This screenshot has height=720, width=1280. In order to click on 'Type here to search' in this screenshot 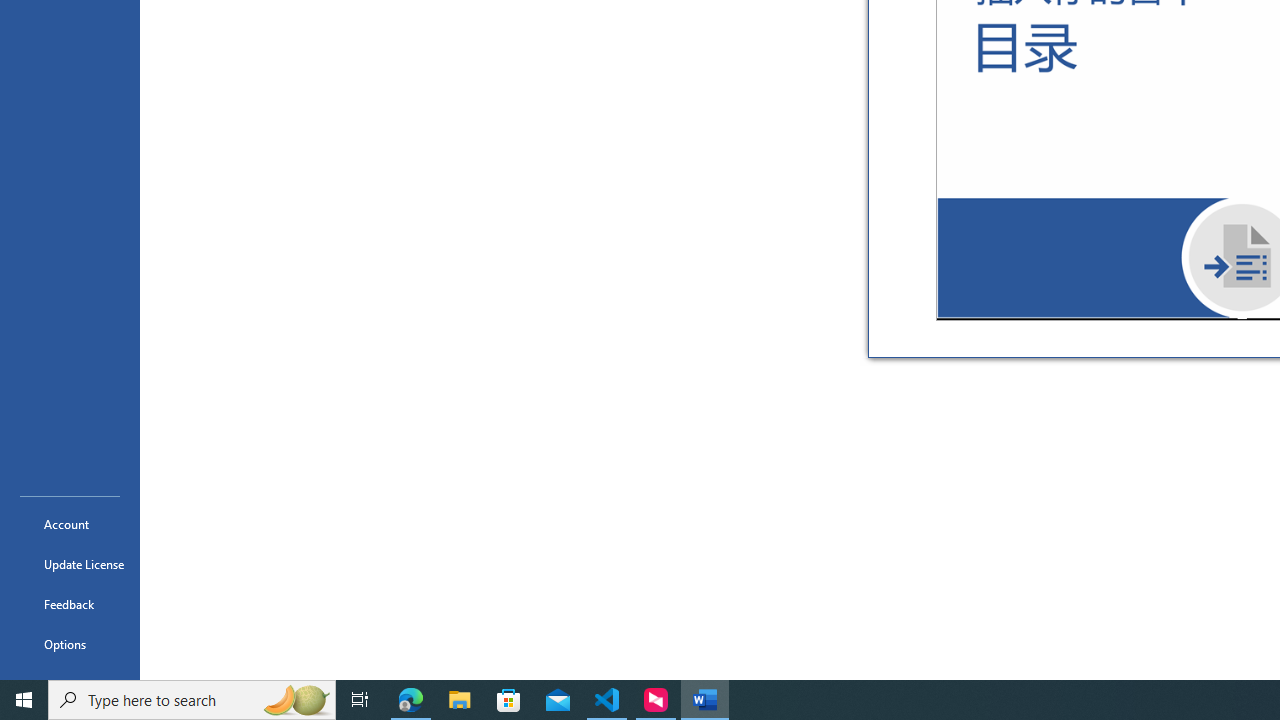, I will do `click(192, 698)`.